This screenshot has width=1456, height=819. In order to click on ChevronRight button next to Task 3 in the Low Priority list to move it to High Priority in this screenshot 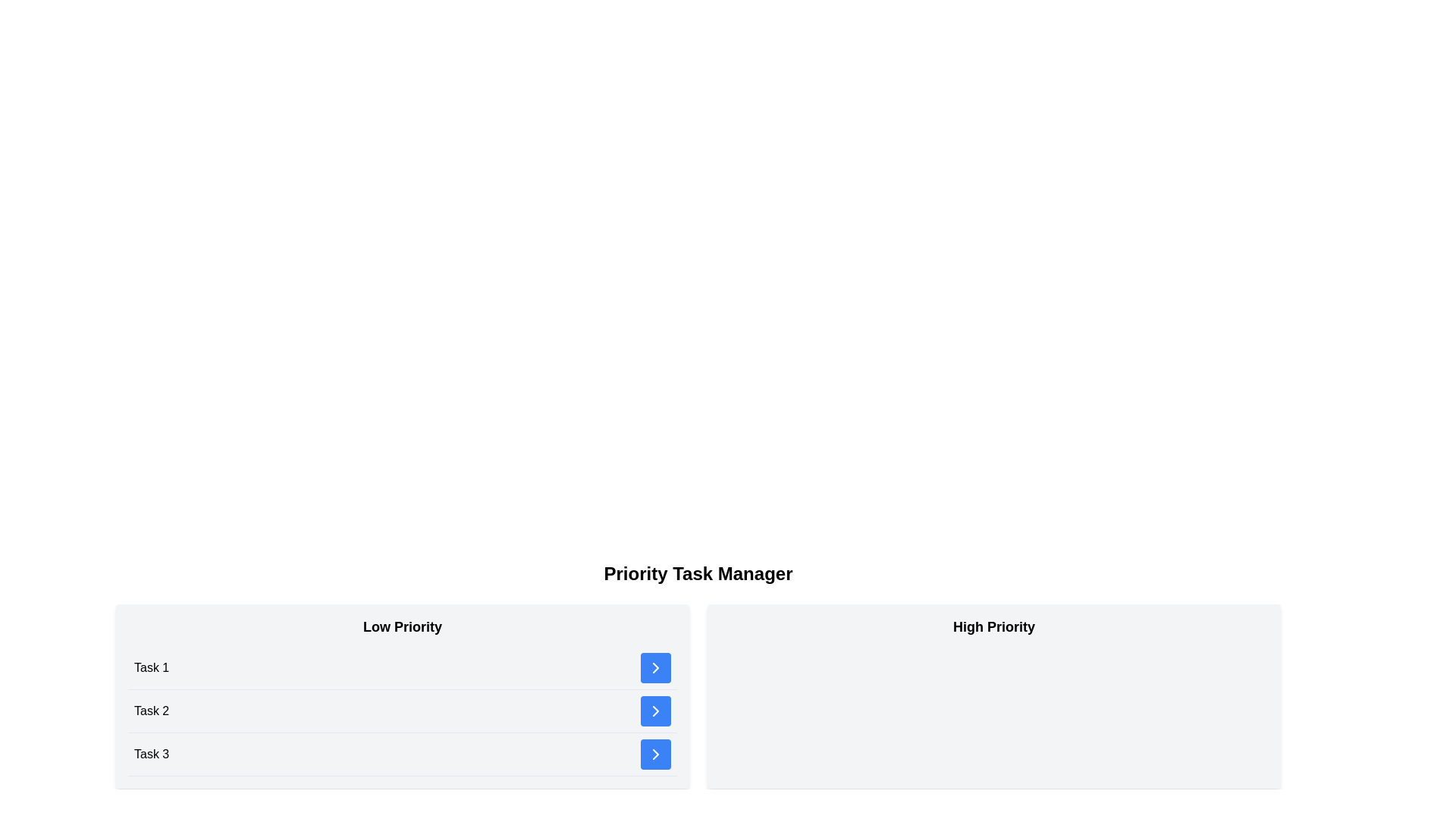, I will do `click(655, 755)`.